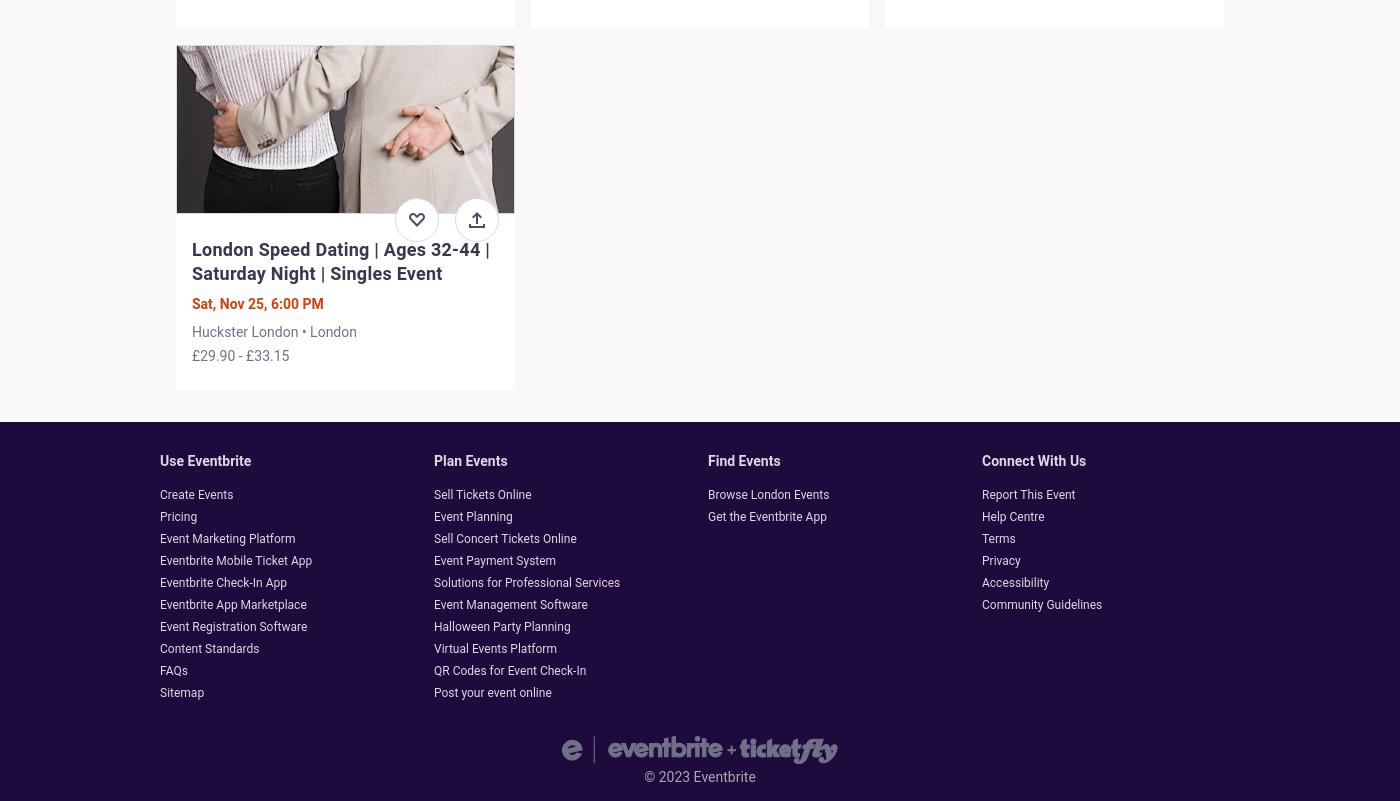 The width and height of the screenshot is (1400, 801). What do you see at coordinates (658, 775) in the screenshot?
I see `'2023'` at bounding box center [658, 775].